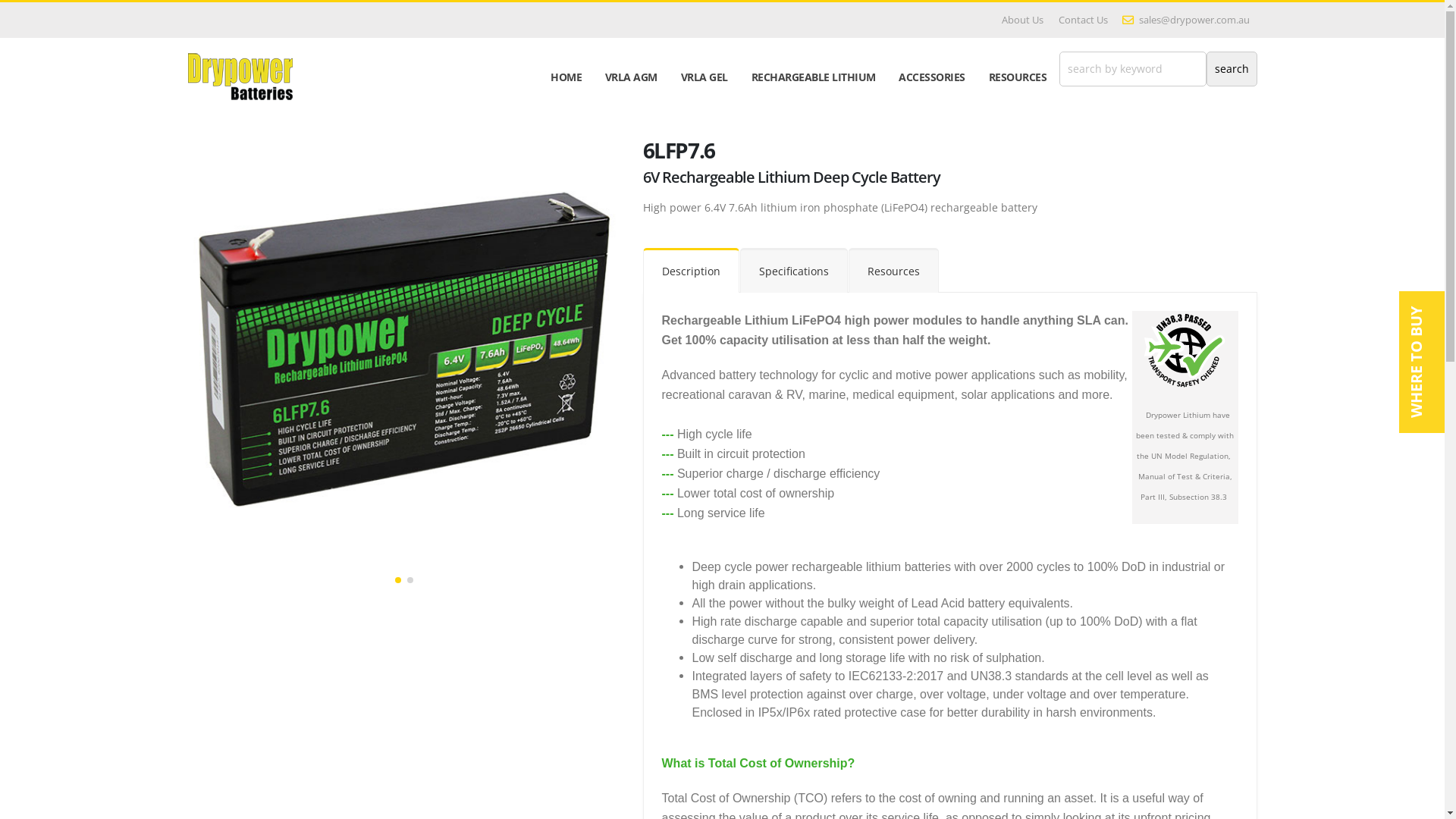 This screenshot has height=819, width=1456. I want to click on 'About Us', so click(1021, 20).